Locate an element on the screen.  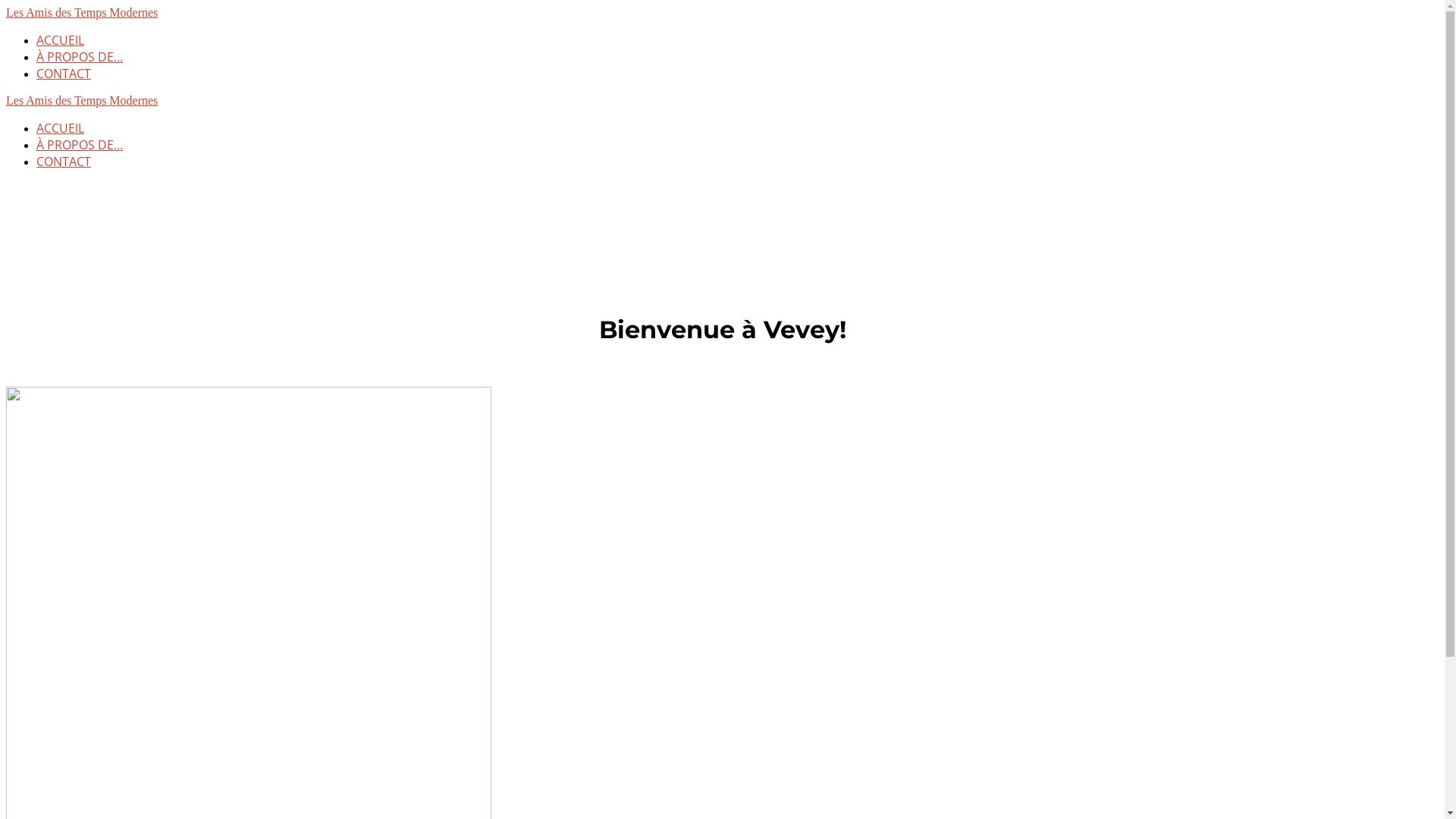
'ACCUEIL' is located at coordinates (60, 39).